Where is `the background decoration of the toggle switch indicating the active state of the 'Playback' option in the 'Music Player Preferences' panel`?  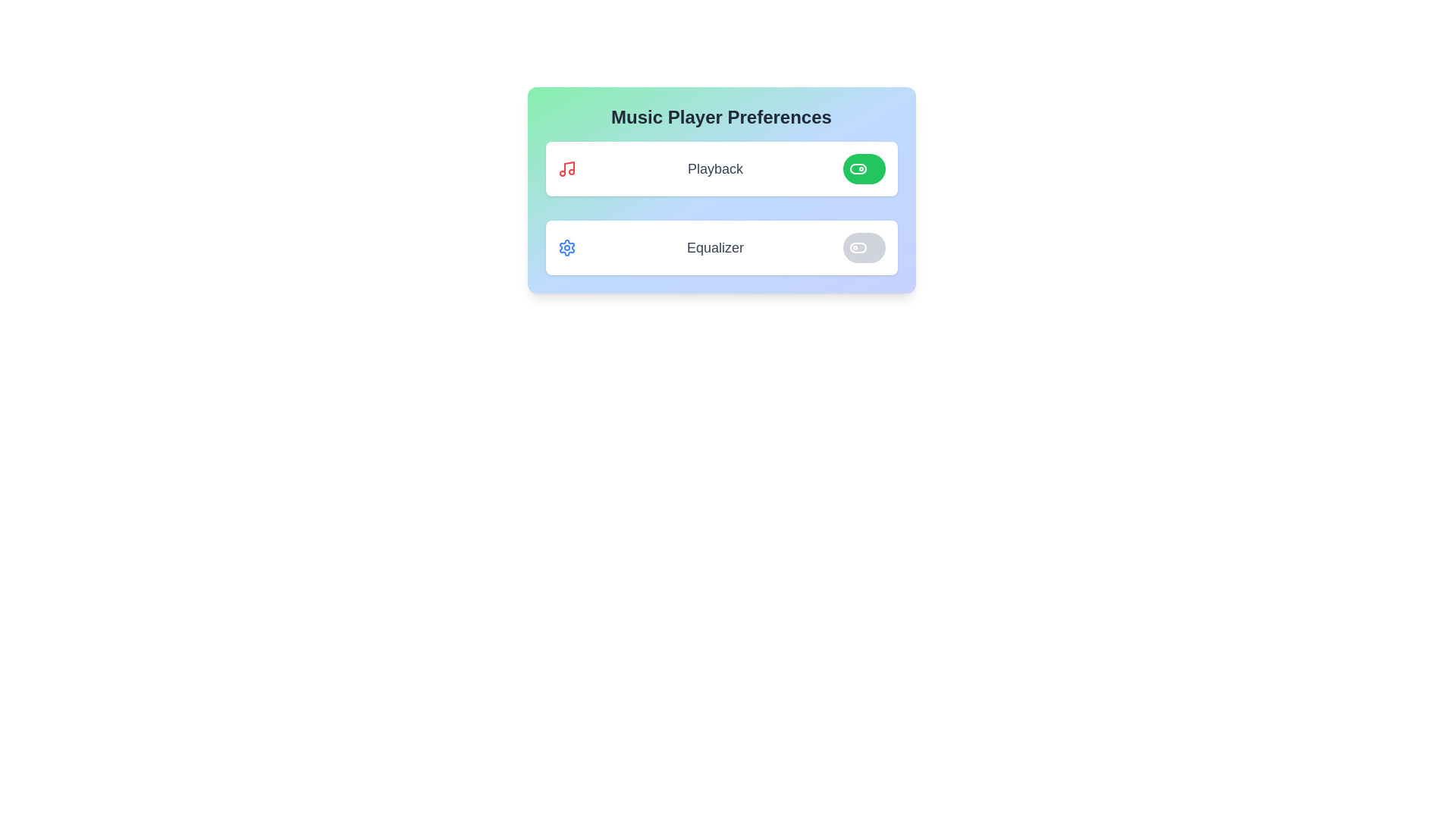
the background decoration of the toggle switch indicating the active state of the 'Playback' option in the 'Music Player Preferences' panel is located at coordinates (858, 169).